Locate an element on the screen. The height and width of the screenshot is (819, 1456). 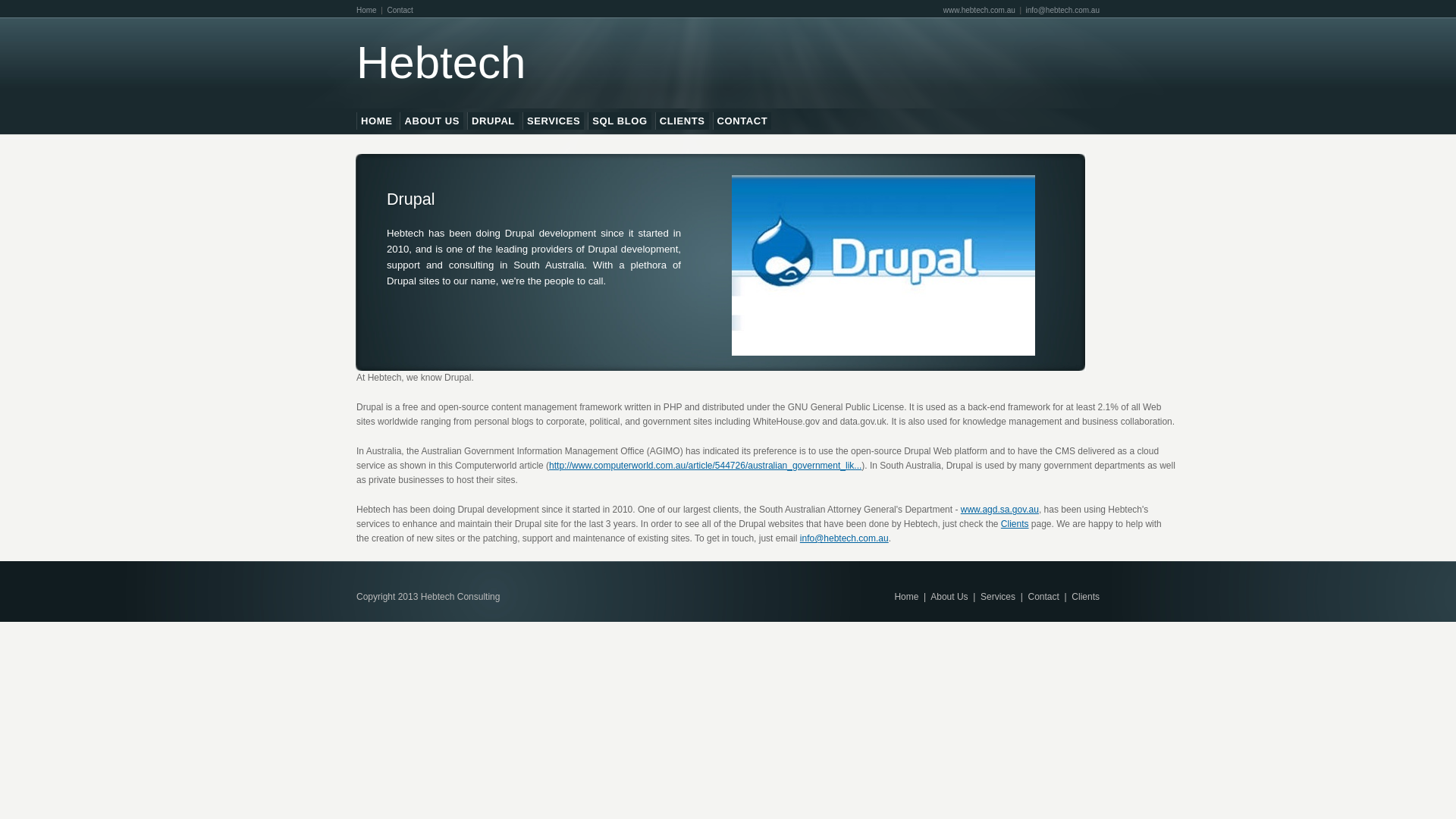
'www.hebtech.com.au' is located at coordinates (979, 10).